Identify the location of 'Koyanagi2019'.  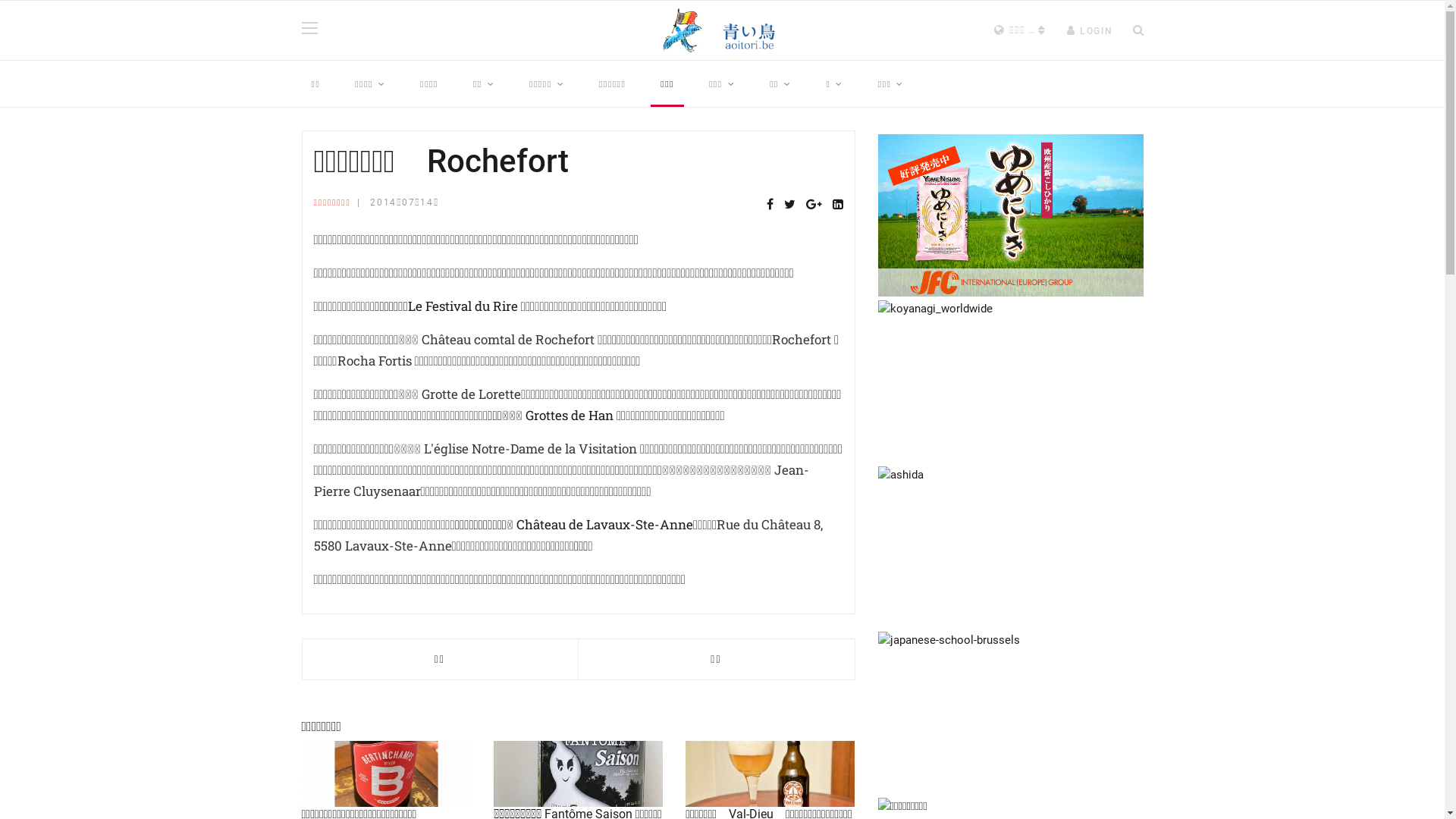
(1011, 380).